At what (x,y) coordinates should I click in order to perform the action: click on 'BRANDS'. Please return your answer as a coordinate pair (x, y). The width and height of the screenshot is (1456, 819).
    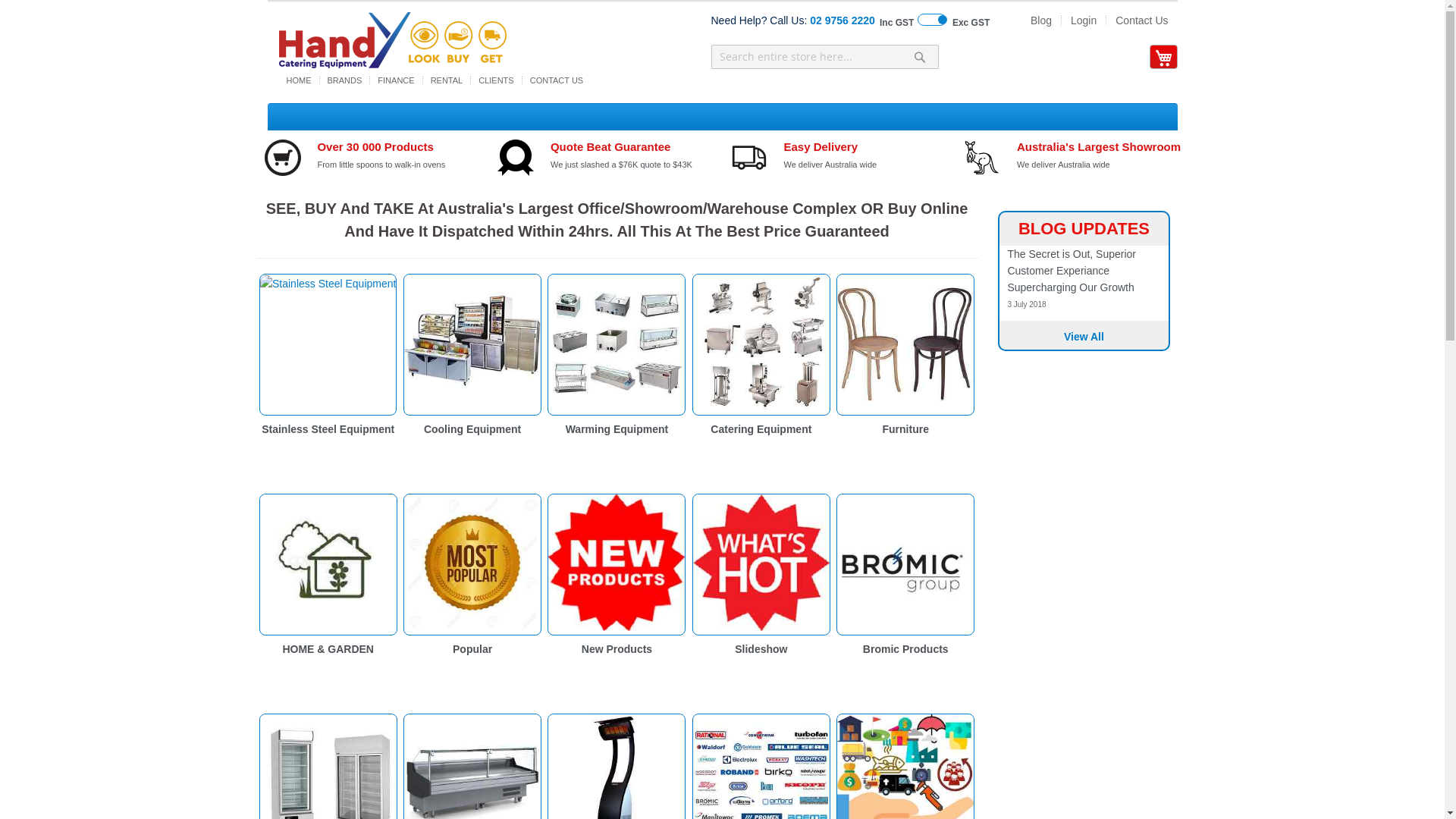
    Looking at the image, I should click on (344, 80).